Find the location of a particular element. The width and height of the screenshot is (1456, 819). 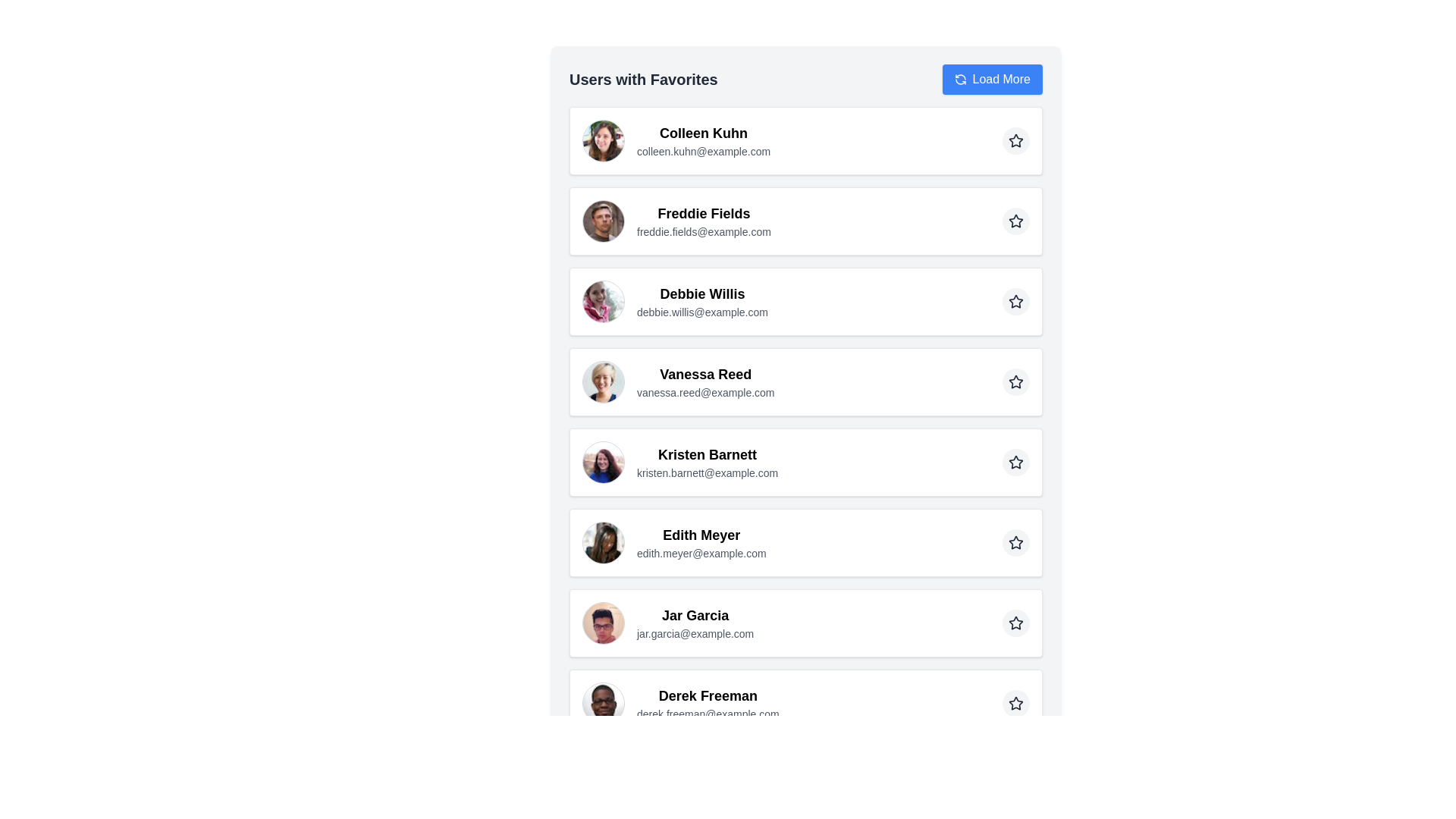

the text label displaying the user's full name, which is located fourth in the user profile list, above the email address 'vanessa.reed@example.com' is located at coordinates (704, 374).